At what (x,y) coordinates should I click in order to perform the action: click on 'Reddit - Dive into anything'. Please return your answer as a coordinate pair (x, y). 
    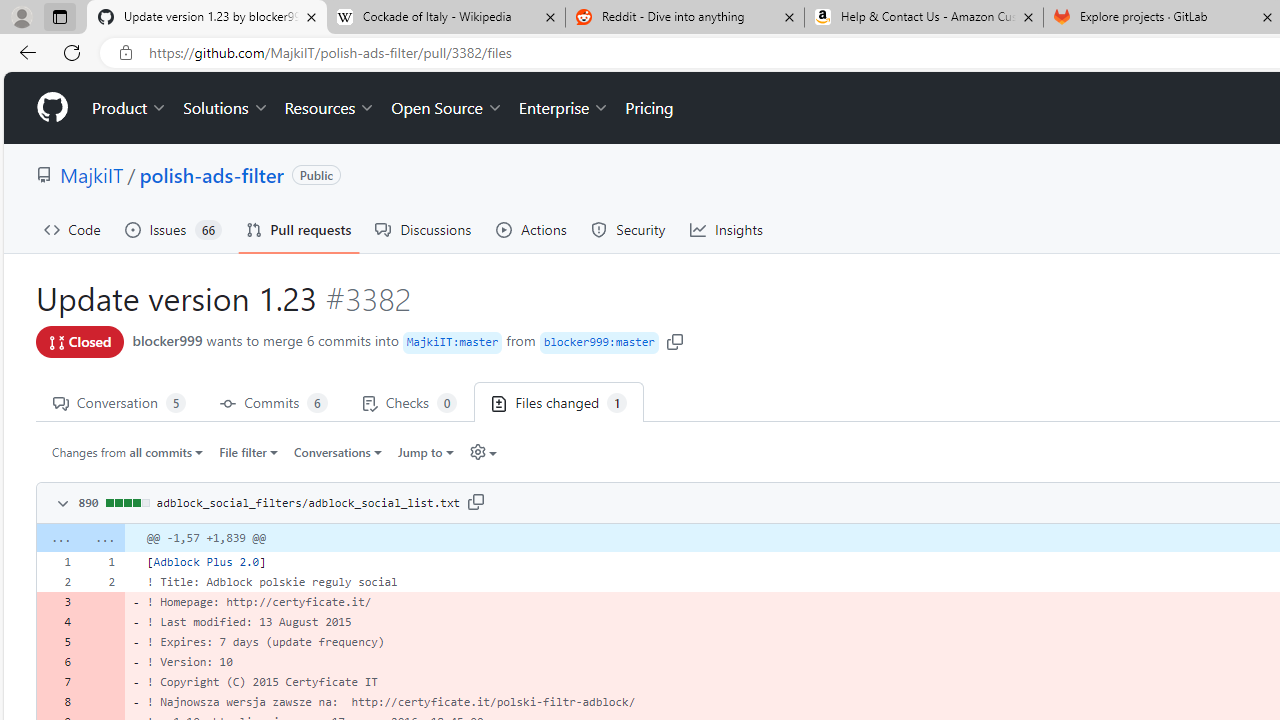
    Looking at the image, I should click on (684, 17).